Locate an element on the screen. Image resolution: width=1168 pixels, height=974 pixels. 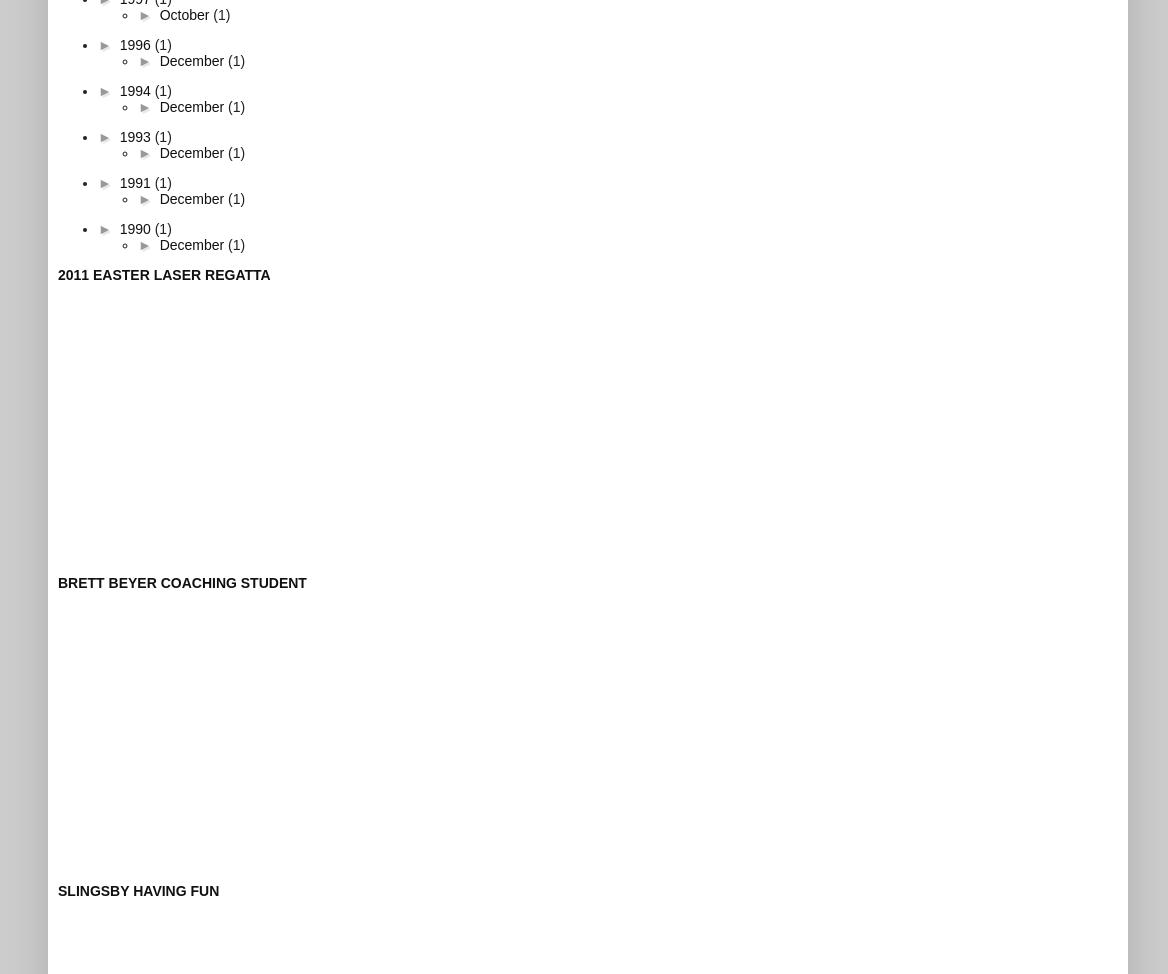
'1991' is located at coordinates (135, 182).